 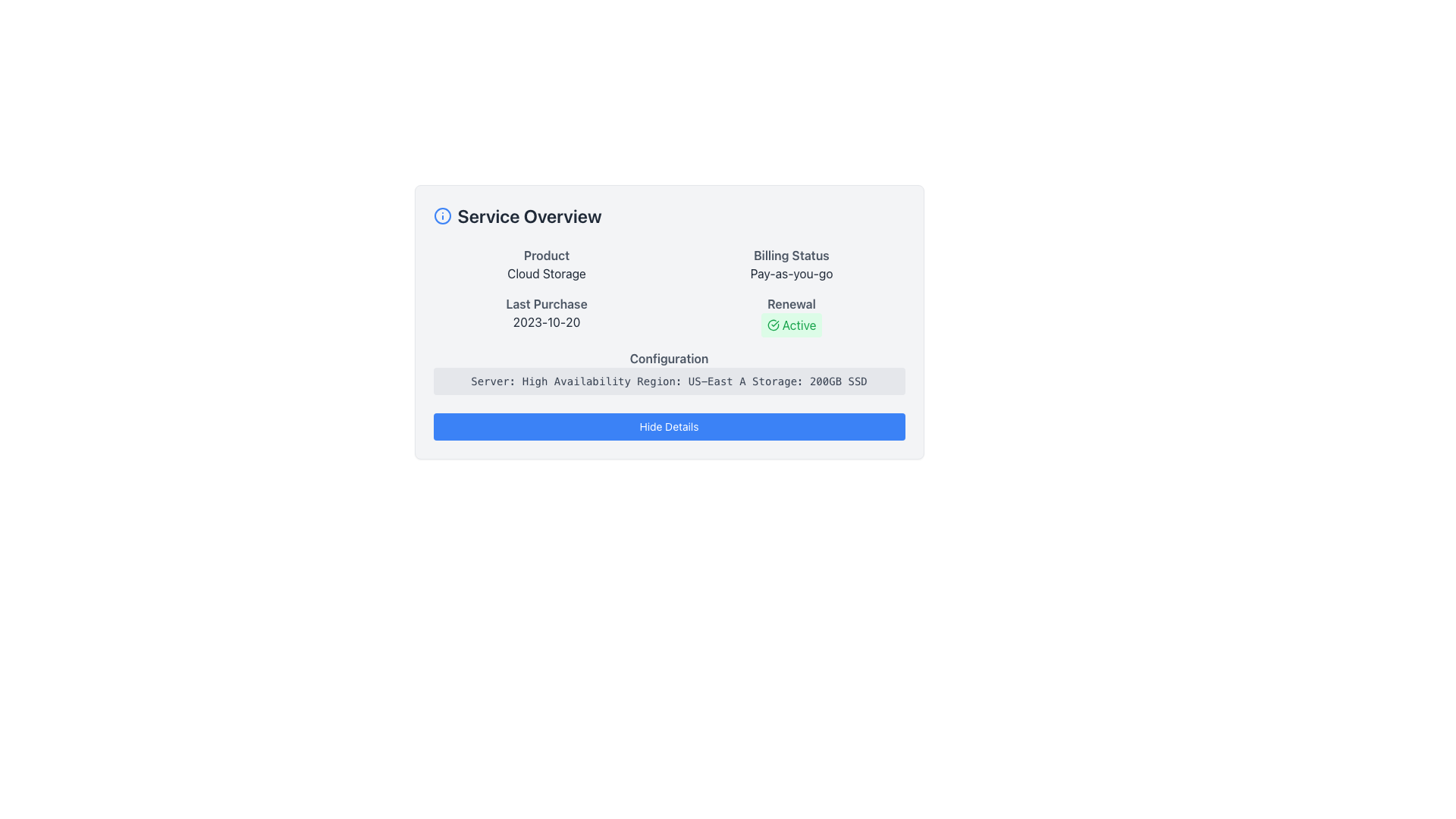 I want to click on the small circular SVG icon with a checkmark inside, which has a green border and is located next to the text 'Active' in the 'Billing Status' section, so click(x=773, y=324).